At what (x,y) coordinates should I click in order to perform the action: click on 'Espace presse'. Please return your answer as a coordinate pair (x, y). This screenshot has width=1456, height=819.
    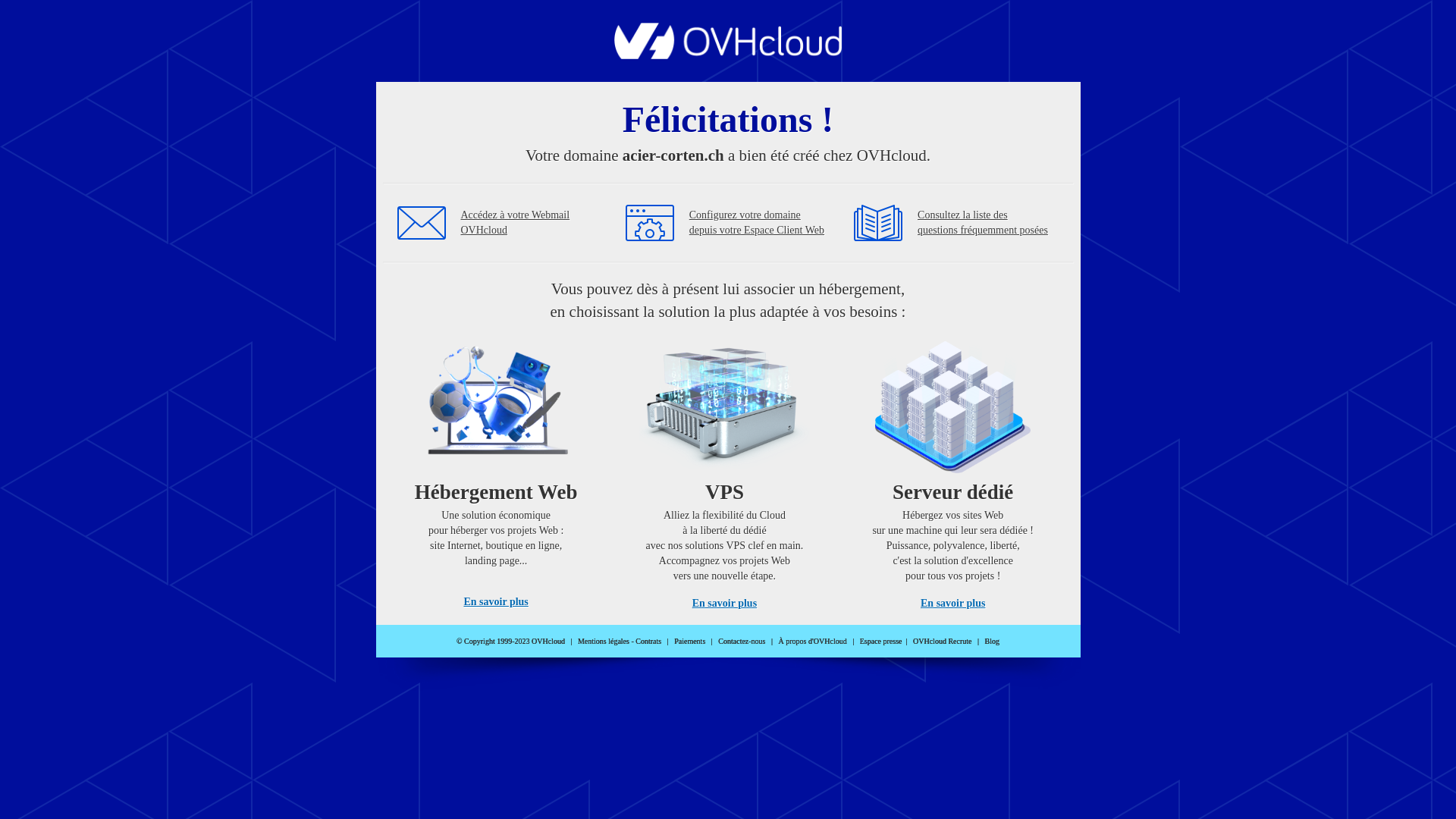
    Looking at the image, I should click on (880, 641).